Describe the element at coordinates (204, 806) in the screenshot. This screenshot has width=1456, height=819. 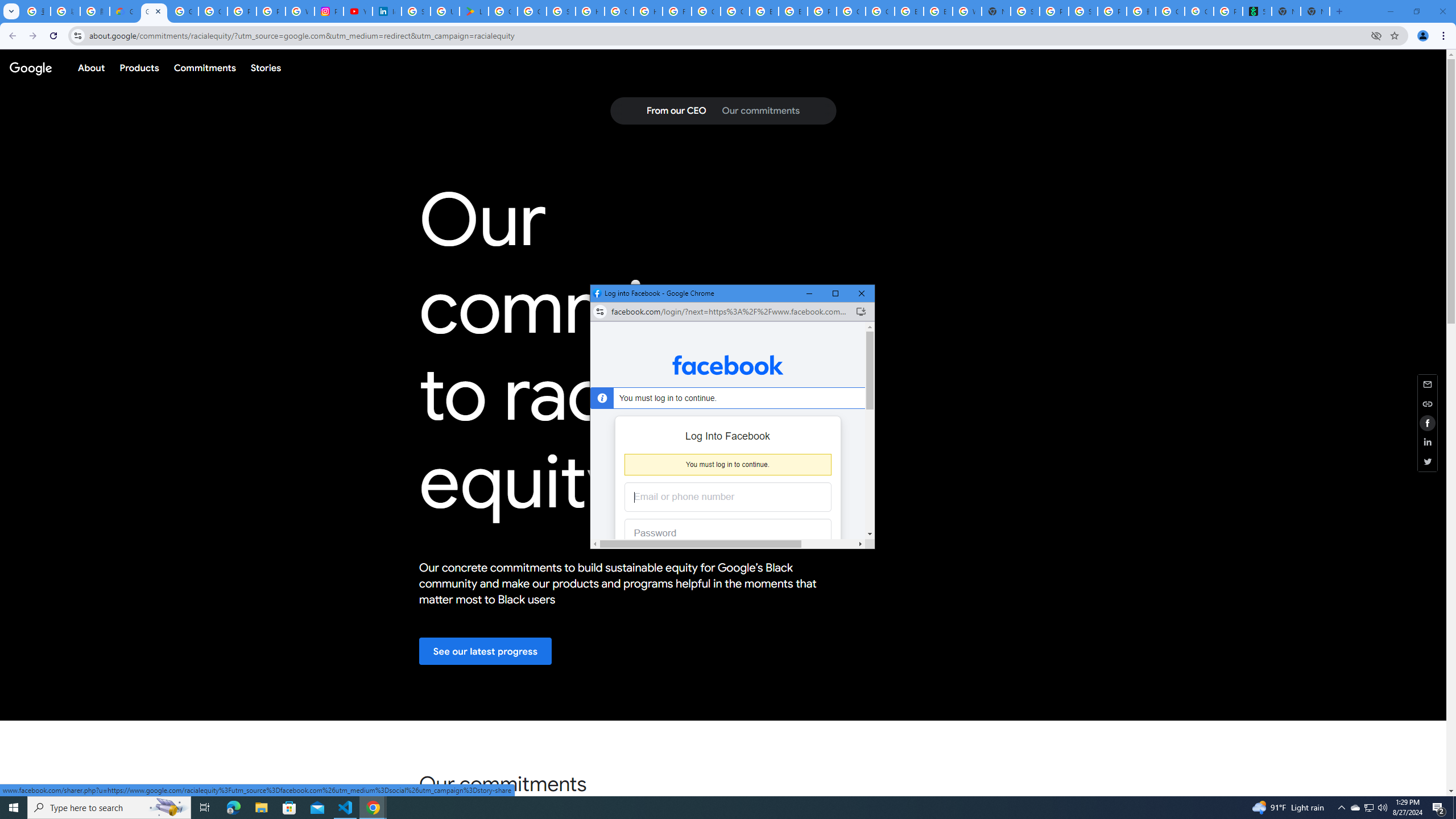
I see `'Task View'` at that location.